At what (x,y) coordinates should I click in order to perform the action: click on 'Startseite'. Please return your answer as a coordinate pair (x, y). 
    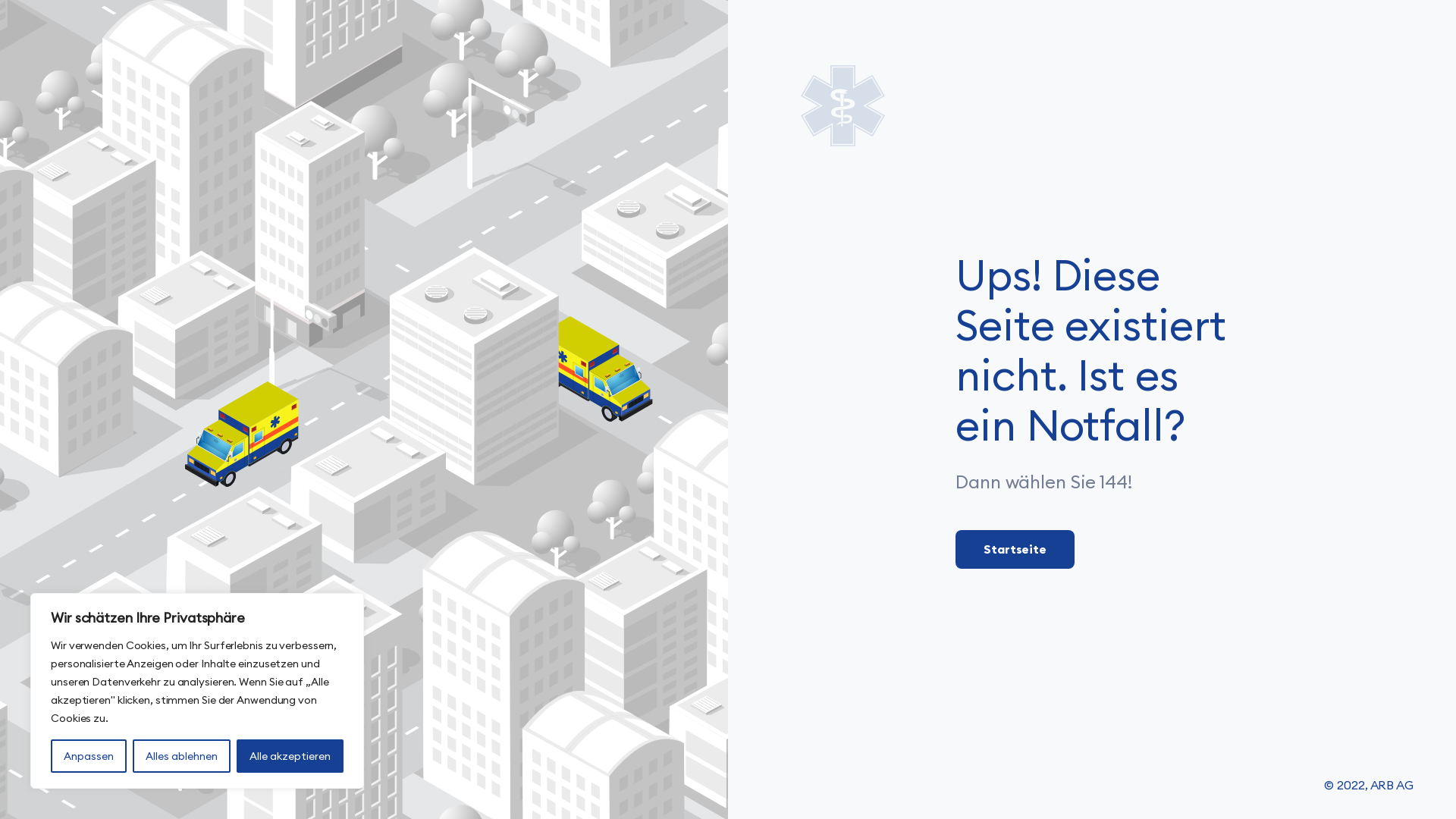
    Looking at the image, I should click on (1015, 549).